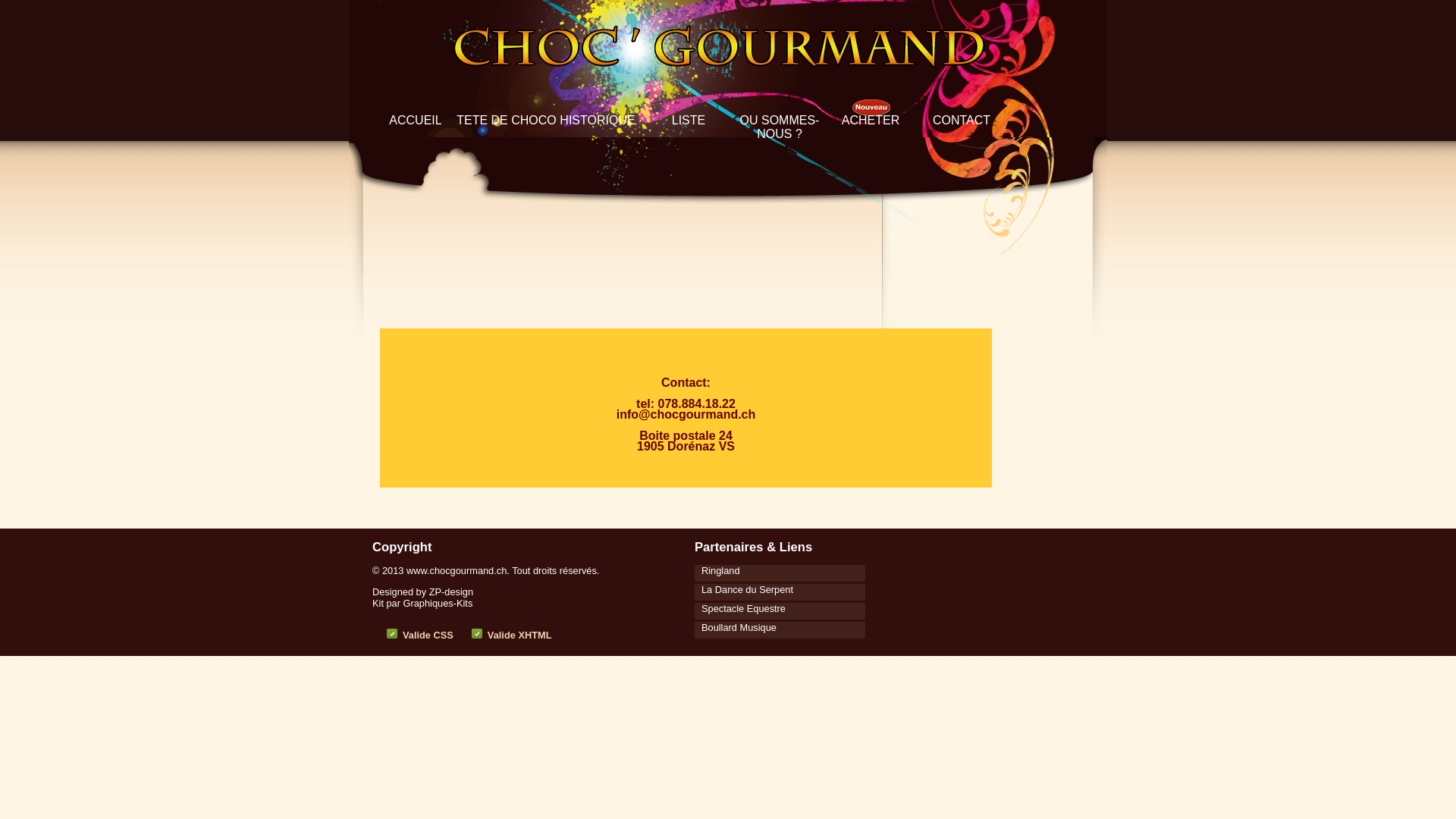 This screenshot has height=819, width=1456. Describe the element at coordinates (415, 119) in the screenshot. I see `'ACCUEIL'` at that location.